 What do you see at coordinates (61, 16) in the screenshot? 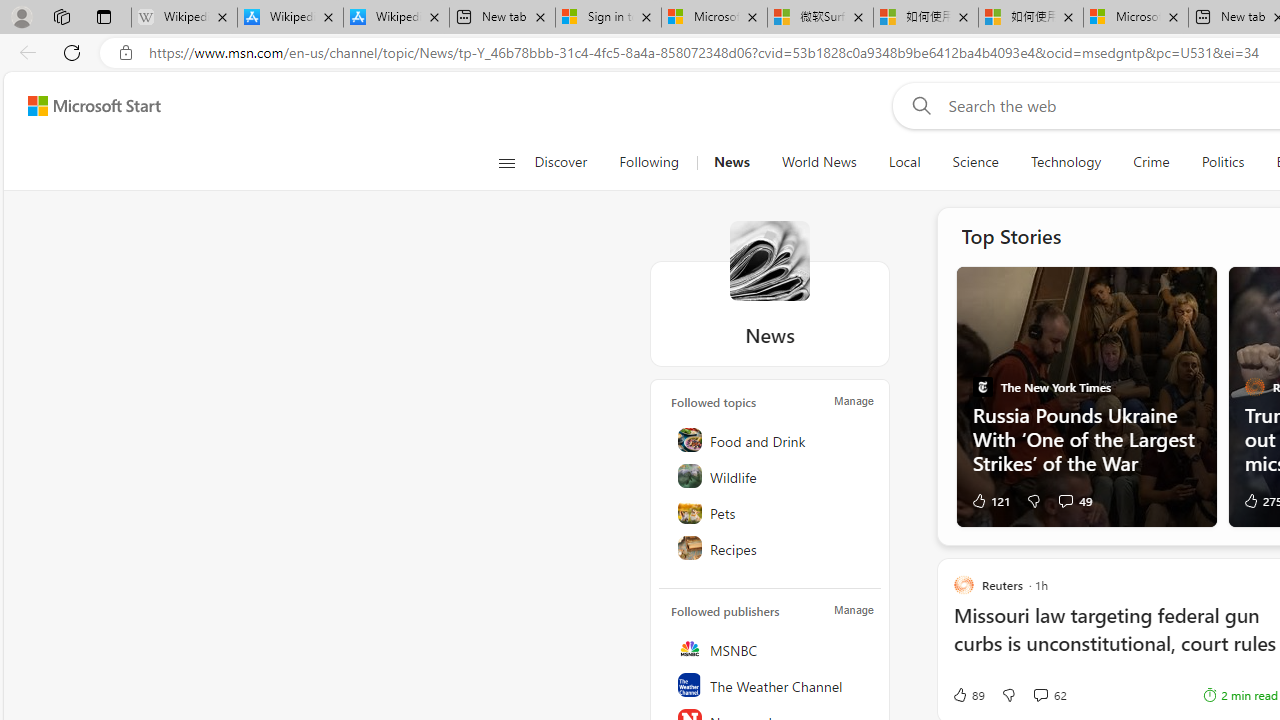
I see `'Workspaces'` at bounding box center [61, 16].